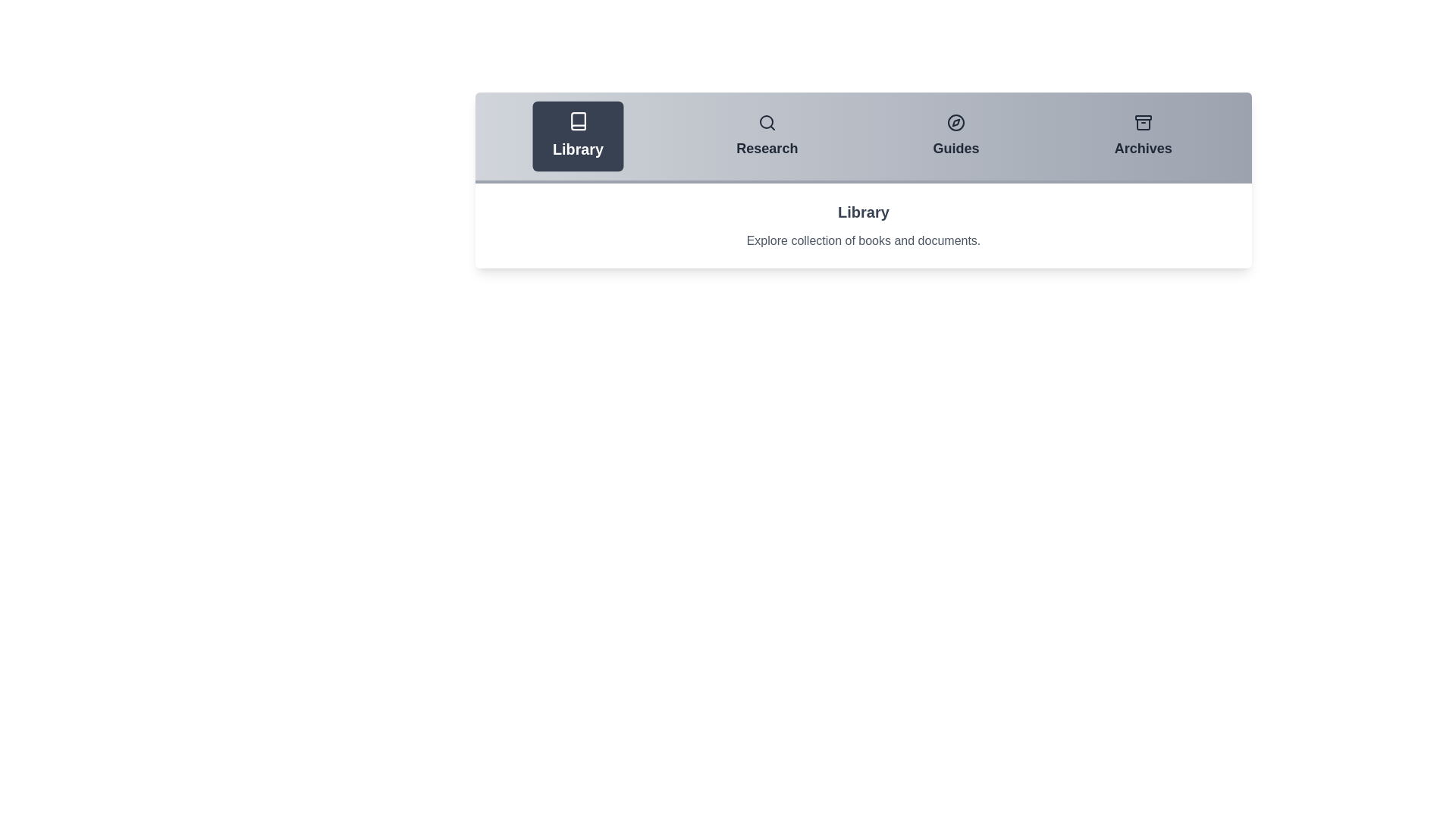  I want to click on the icons associated with each tab: Research, so click(767, 122).